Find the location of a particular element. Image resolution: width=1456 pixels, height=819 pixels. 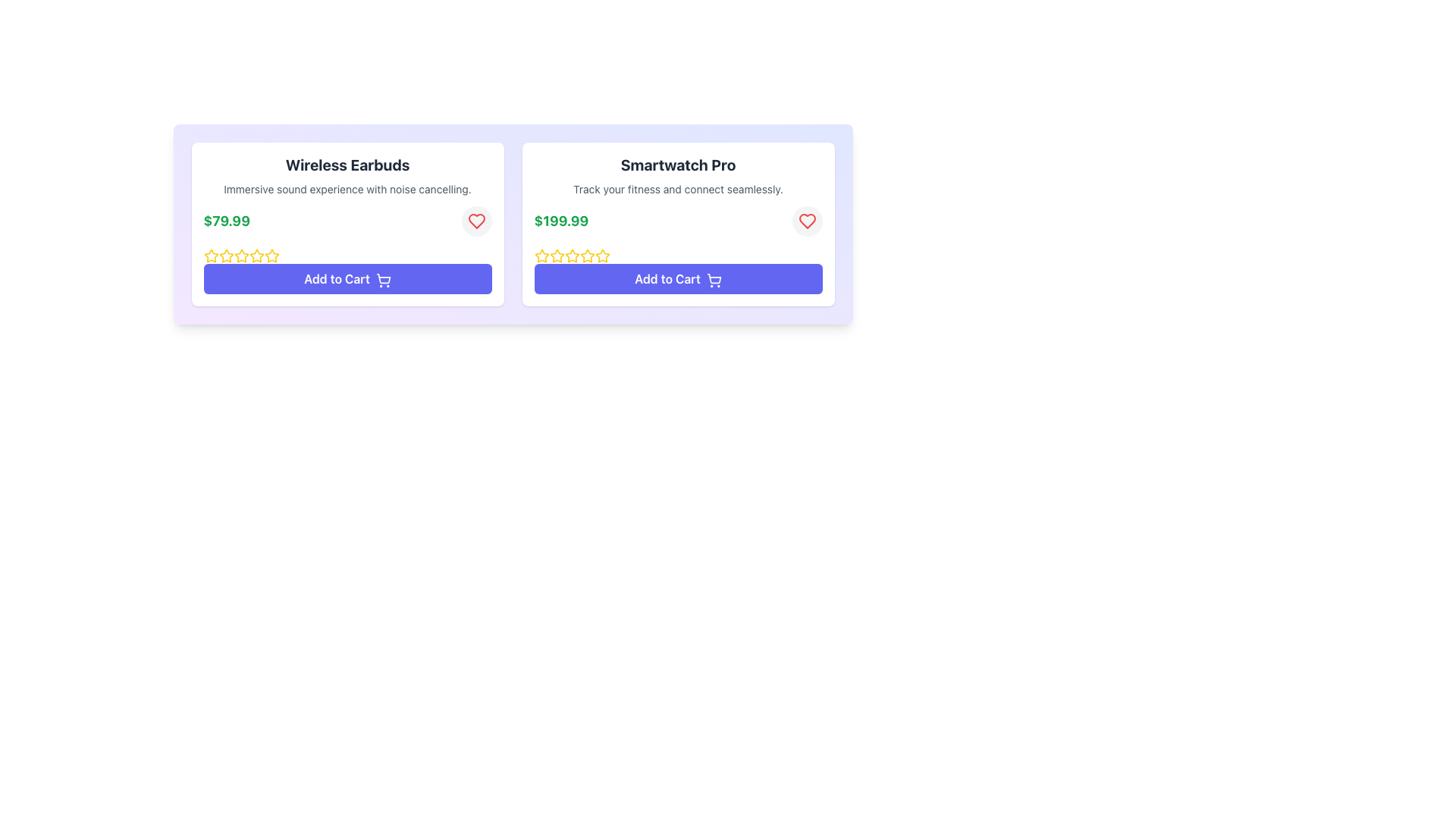

the second star in the five-star rating system for 'Smartwatch Pro' is located at coordinates (571, 255).